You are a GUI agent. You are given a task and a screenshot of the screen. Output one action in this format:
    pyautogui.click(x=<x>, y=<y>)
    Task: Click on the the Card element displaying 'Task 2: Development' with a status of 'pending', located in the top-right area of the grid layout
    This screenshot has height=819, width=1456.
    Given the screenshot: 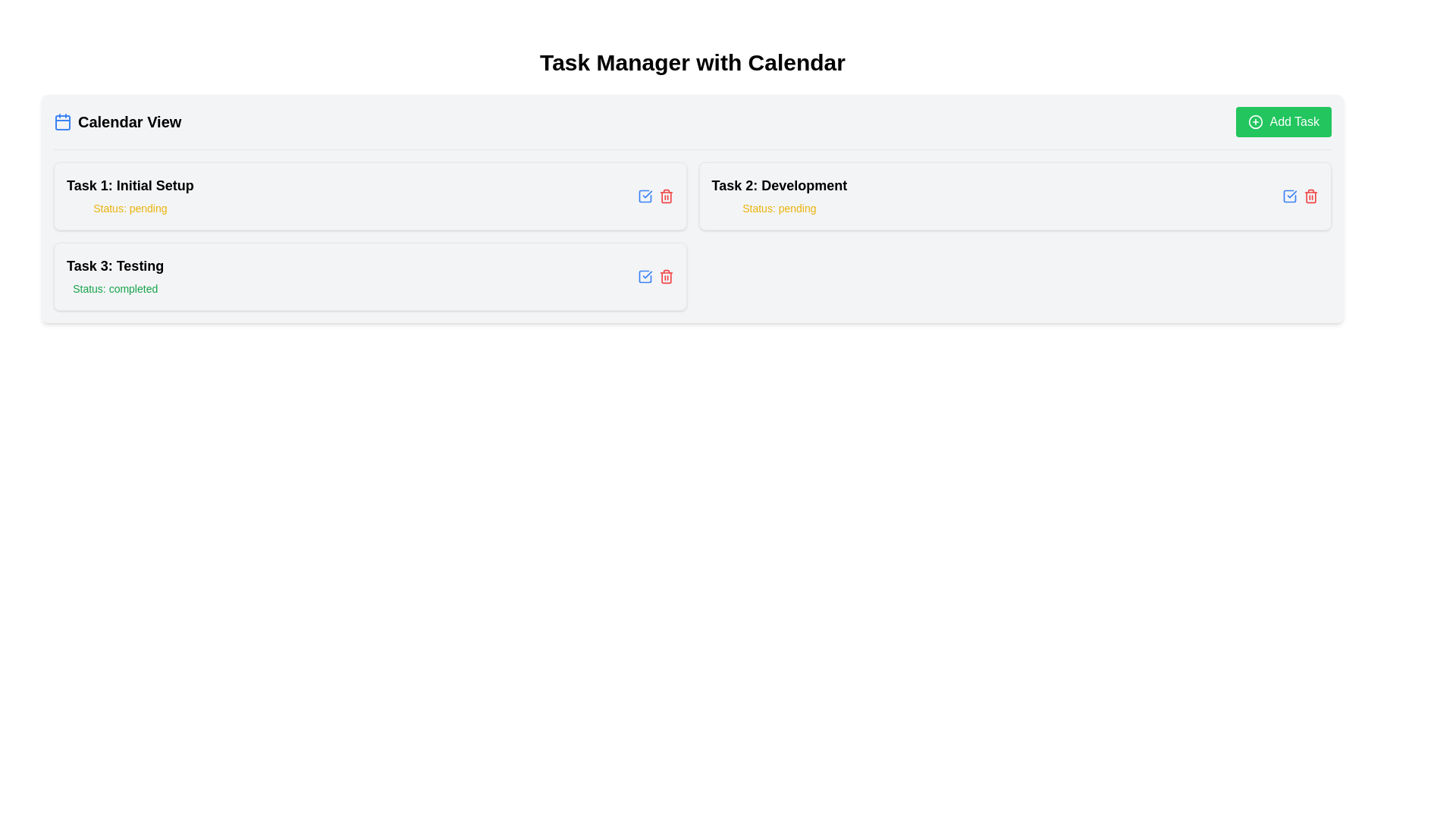 What is the action you would take?
    pyautogui.click(x=1015, y=195)
    